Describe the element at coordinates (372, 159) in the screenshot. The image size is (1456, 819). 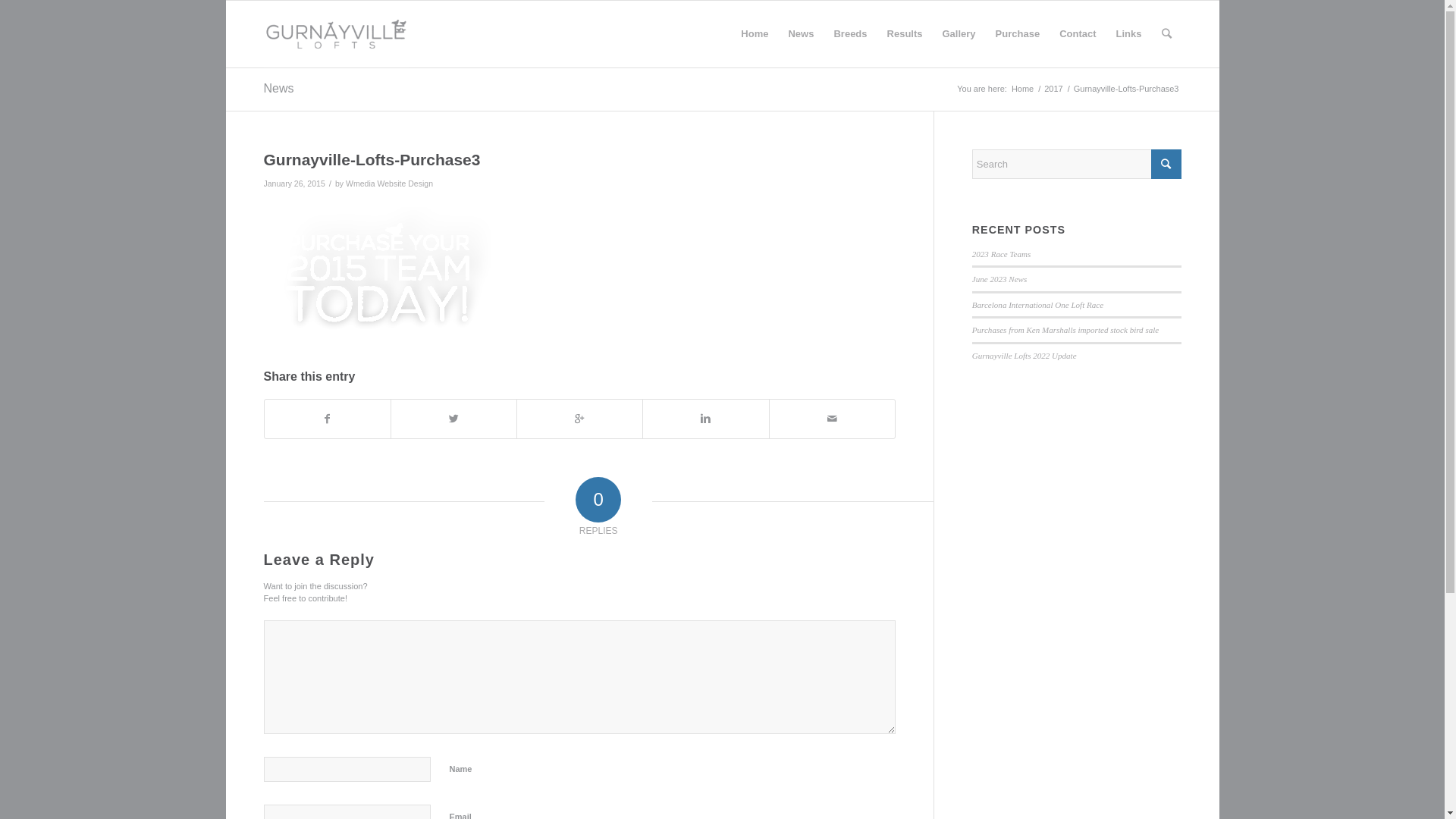
I see `'Gurnayville-Lofts-Purchase3'` at that location.